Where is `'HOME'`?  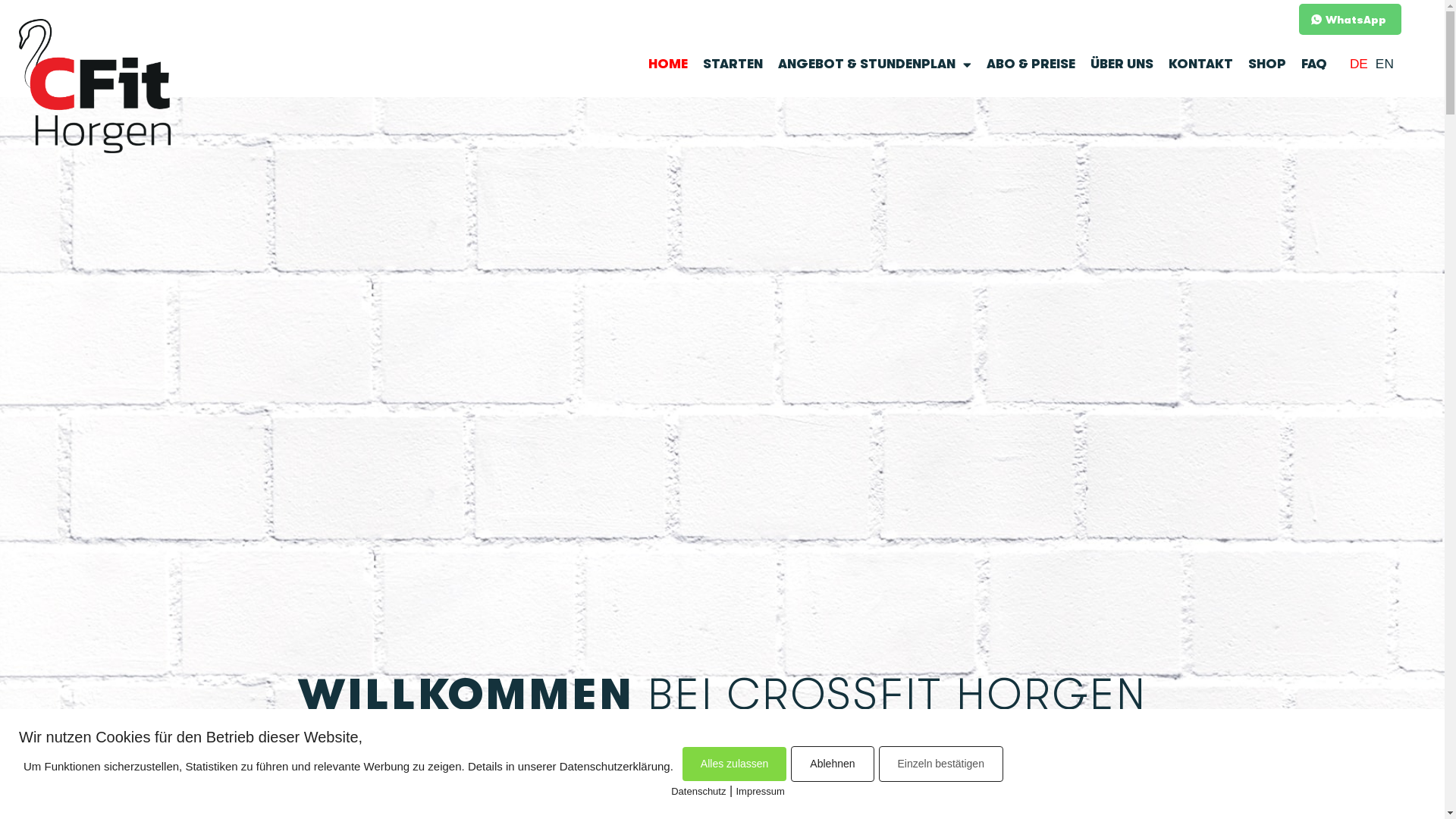 'HOME' is located at coordinates (667, 63).